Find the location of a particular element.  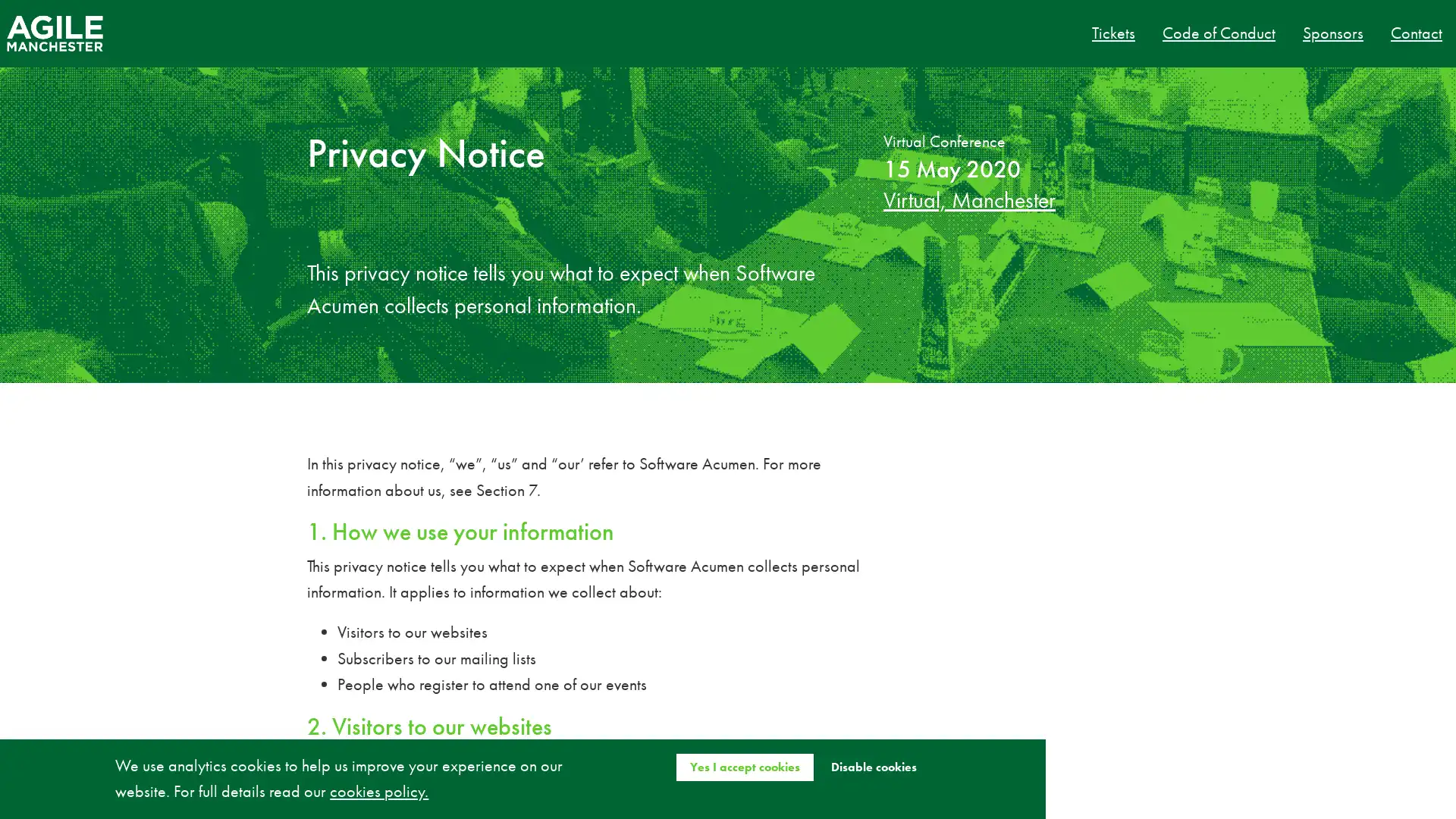

Yes I accept cookies is located at coordinates (744, 766).